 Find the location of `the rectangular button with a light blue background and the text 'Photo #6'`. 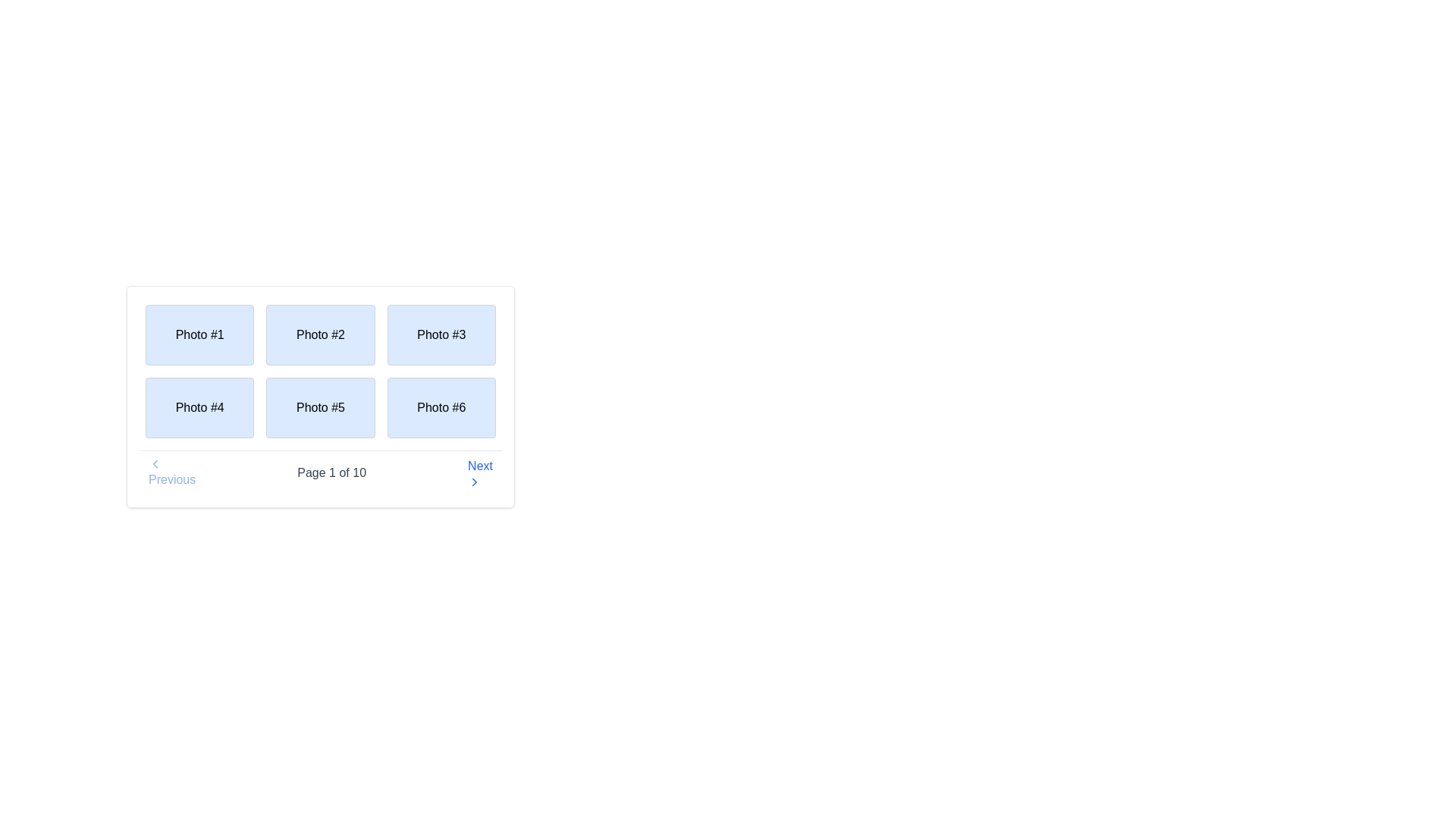

the rectangular button with a light blue background and the text 'Photo #6' is located at coordinates (441, 406).